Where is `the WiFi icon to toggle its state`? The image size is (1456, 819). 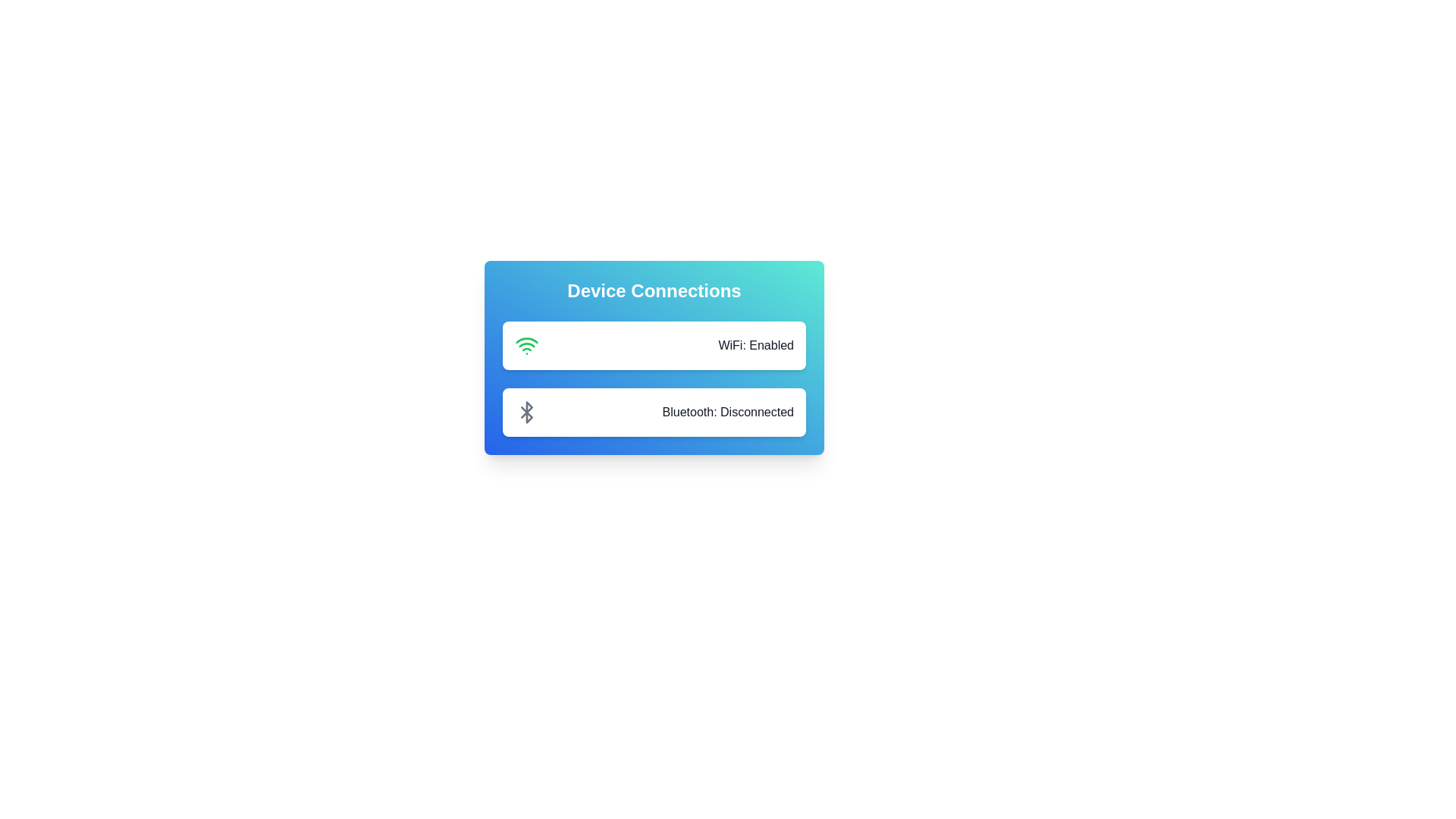 the WiFi icon to toggle its state is located at coordinates (527, 345).